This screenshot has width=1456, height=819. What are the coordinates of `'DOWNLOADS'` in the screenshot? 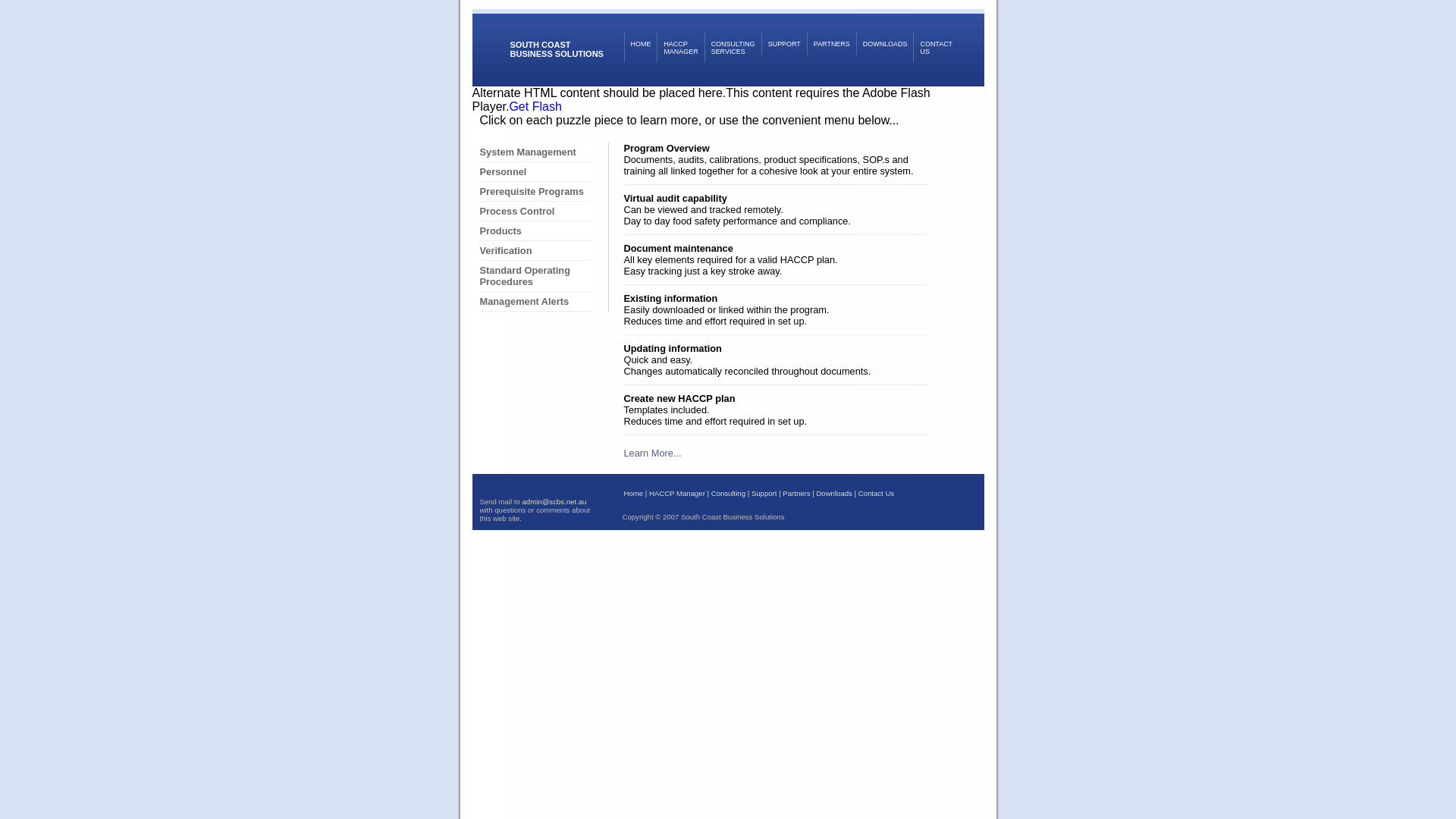 It's located at (855, 42).